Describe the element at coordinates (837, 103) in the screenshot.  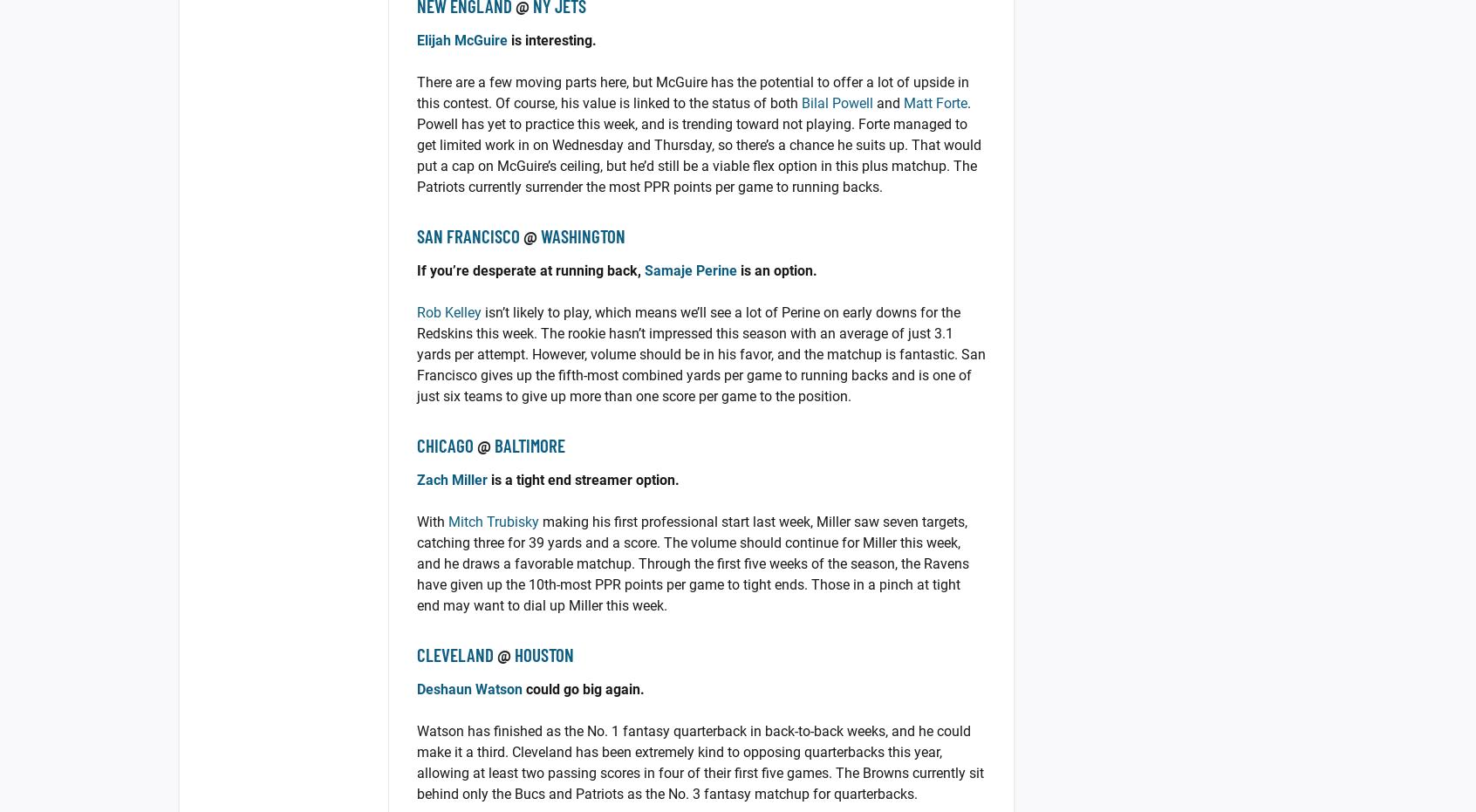
I see `'Bilal Powell'` at that location.